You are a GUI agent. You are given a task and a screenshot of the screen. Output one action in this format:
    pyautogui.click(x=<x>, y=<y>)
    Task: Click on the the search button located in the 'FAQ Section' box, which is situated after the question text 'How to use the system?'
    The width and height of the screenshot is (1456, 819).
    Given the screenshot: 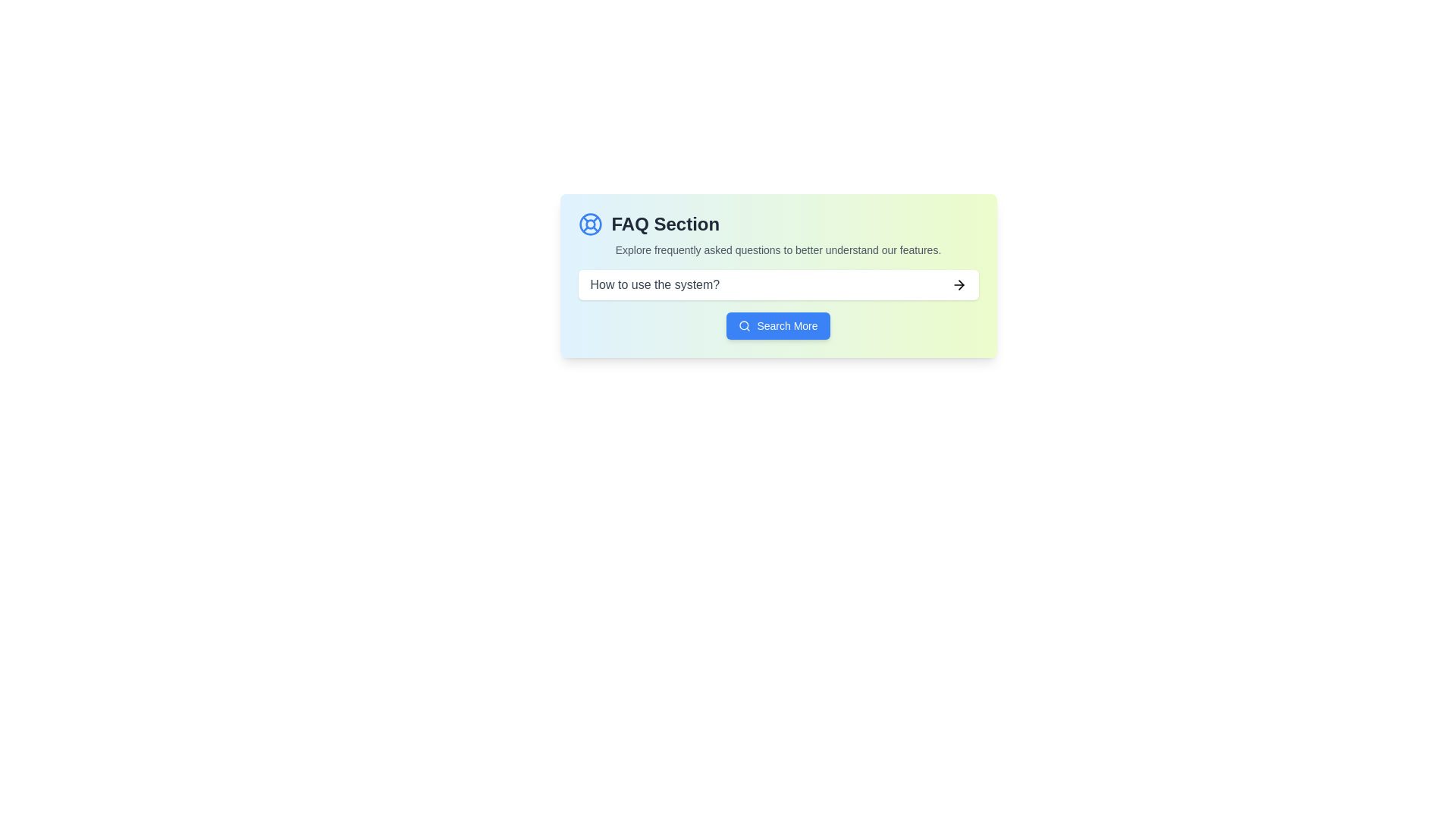 What is the action you would take?
    pyautogui.click(x=778, y=325)
    